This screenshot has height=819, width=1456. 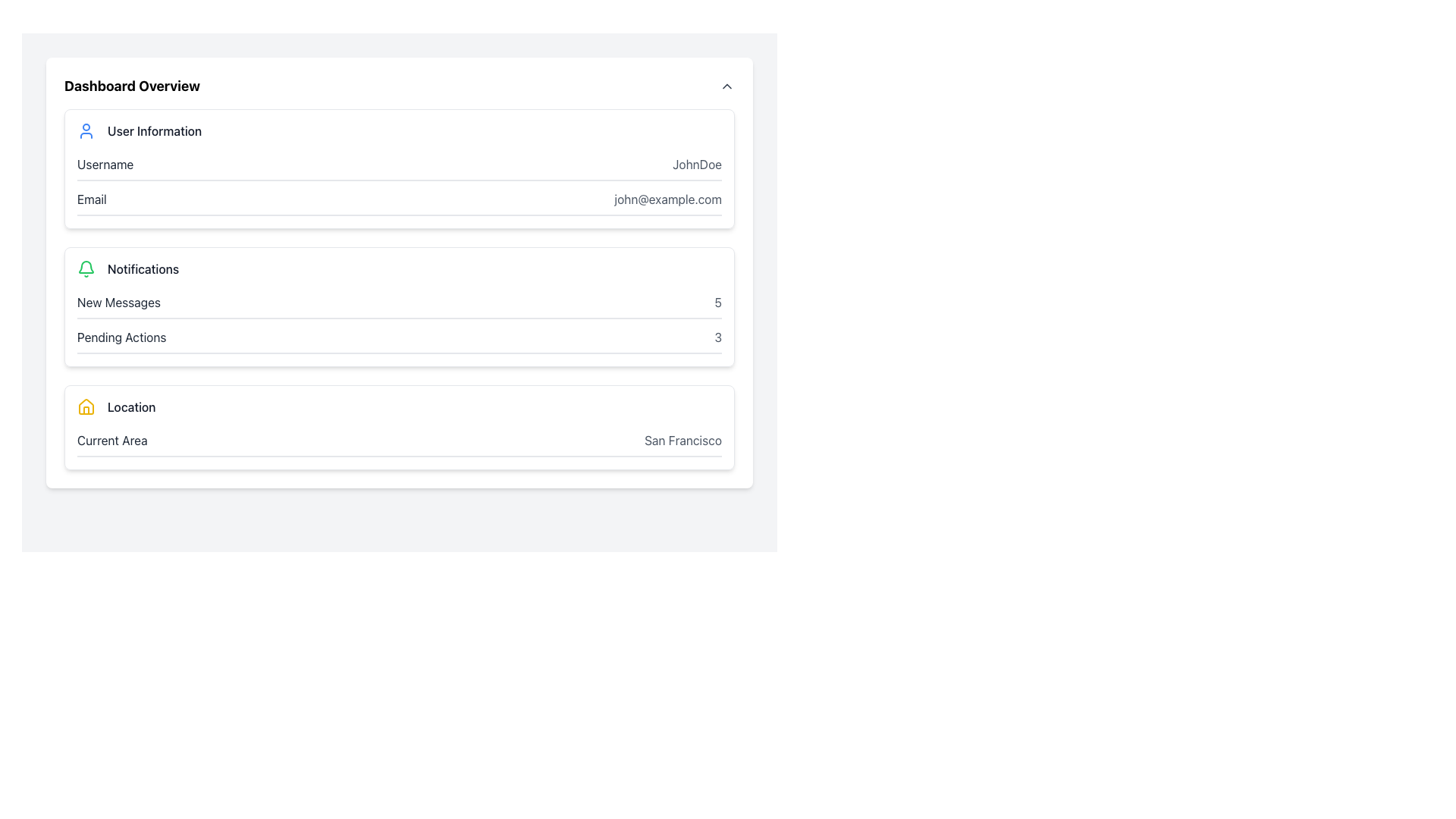 I want to click on the left-aligned text label indicating the section or count of pending actions within the notifications category, so click(x=121, y=336).